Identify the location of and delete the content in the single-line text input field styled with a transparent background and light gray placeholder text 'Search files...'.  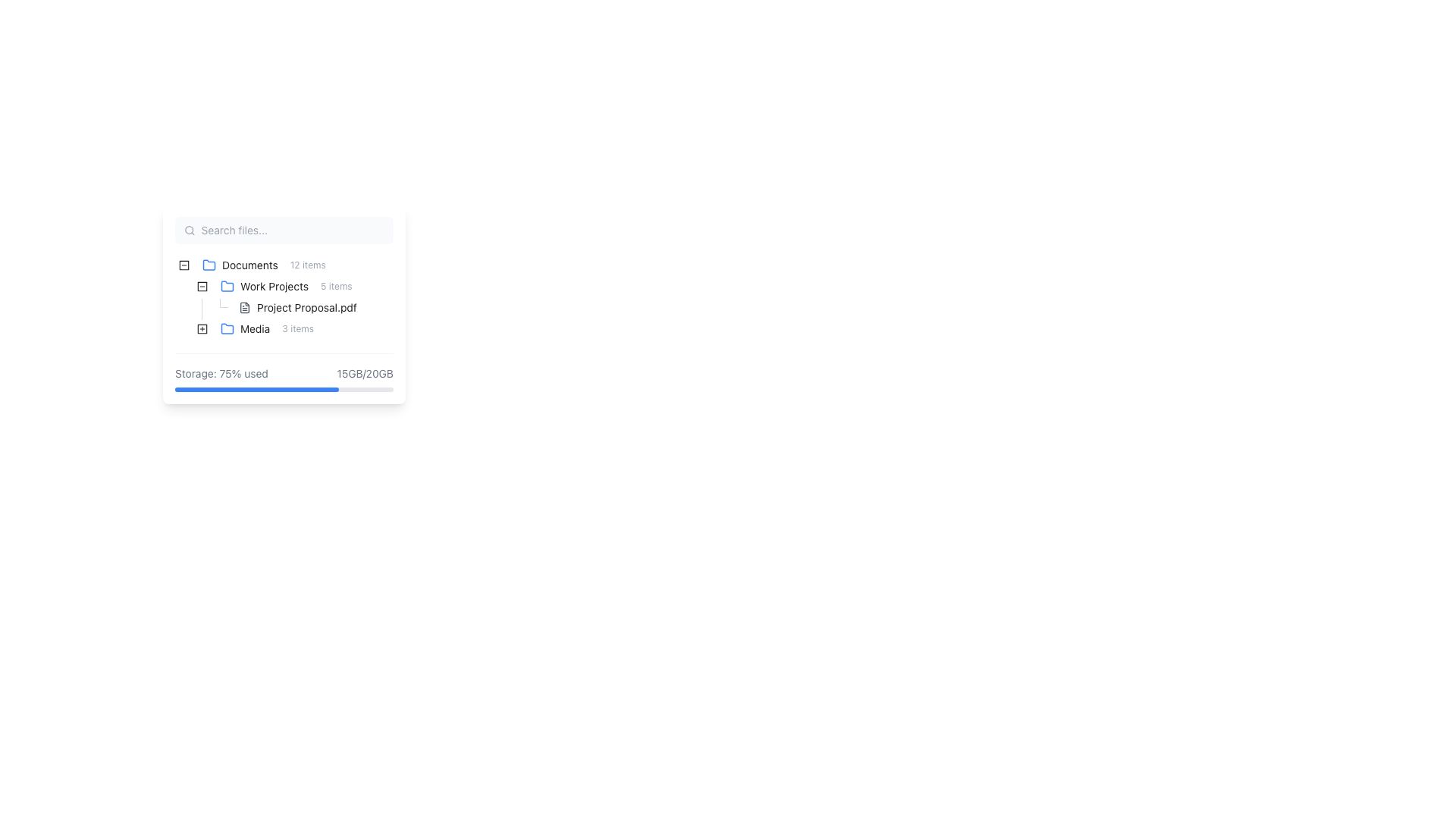
(293, 231).